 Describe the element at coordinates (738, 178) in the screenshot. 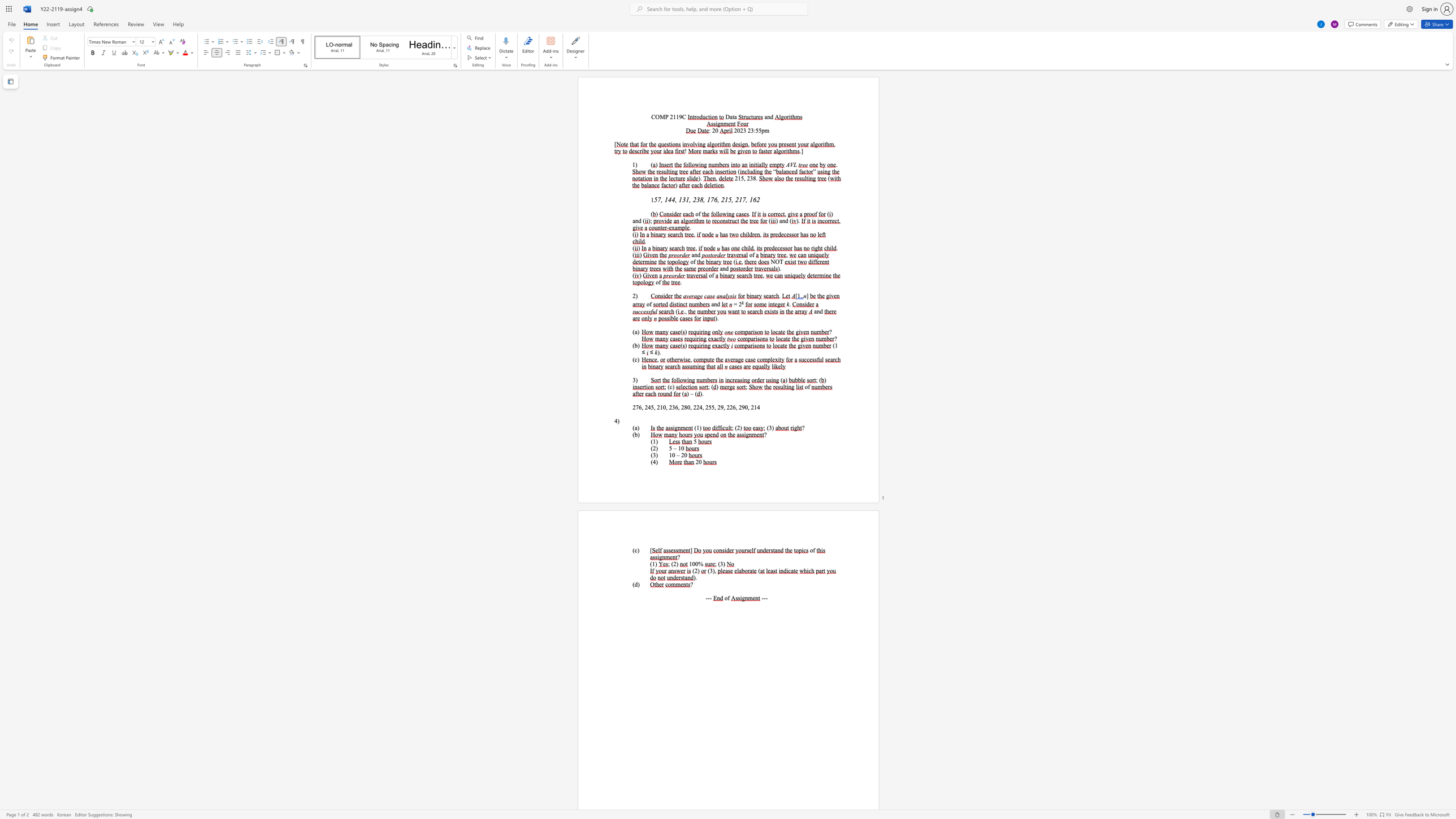

I see `the subset text "15, 23" within the text "215, 238."` at that location.